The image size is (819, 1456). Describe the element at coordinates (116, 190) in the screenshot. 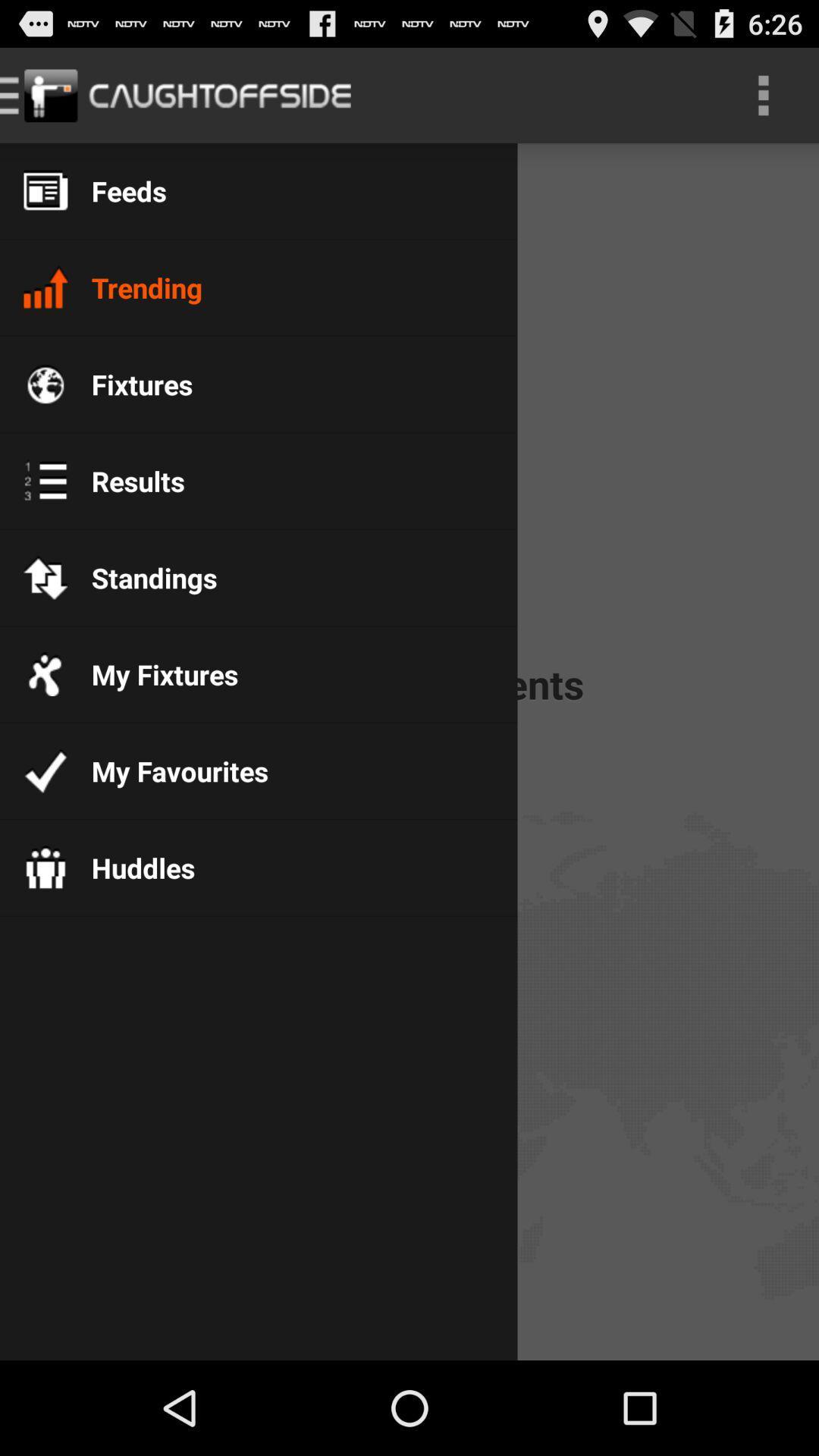

I see `the feeds icon` at that location.